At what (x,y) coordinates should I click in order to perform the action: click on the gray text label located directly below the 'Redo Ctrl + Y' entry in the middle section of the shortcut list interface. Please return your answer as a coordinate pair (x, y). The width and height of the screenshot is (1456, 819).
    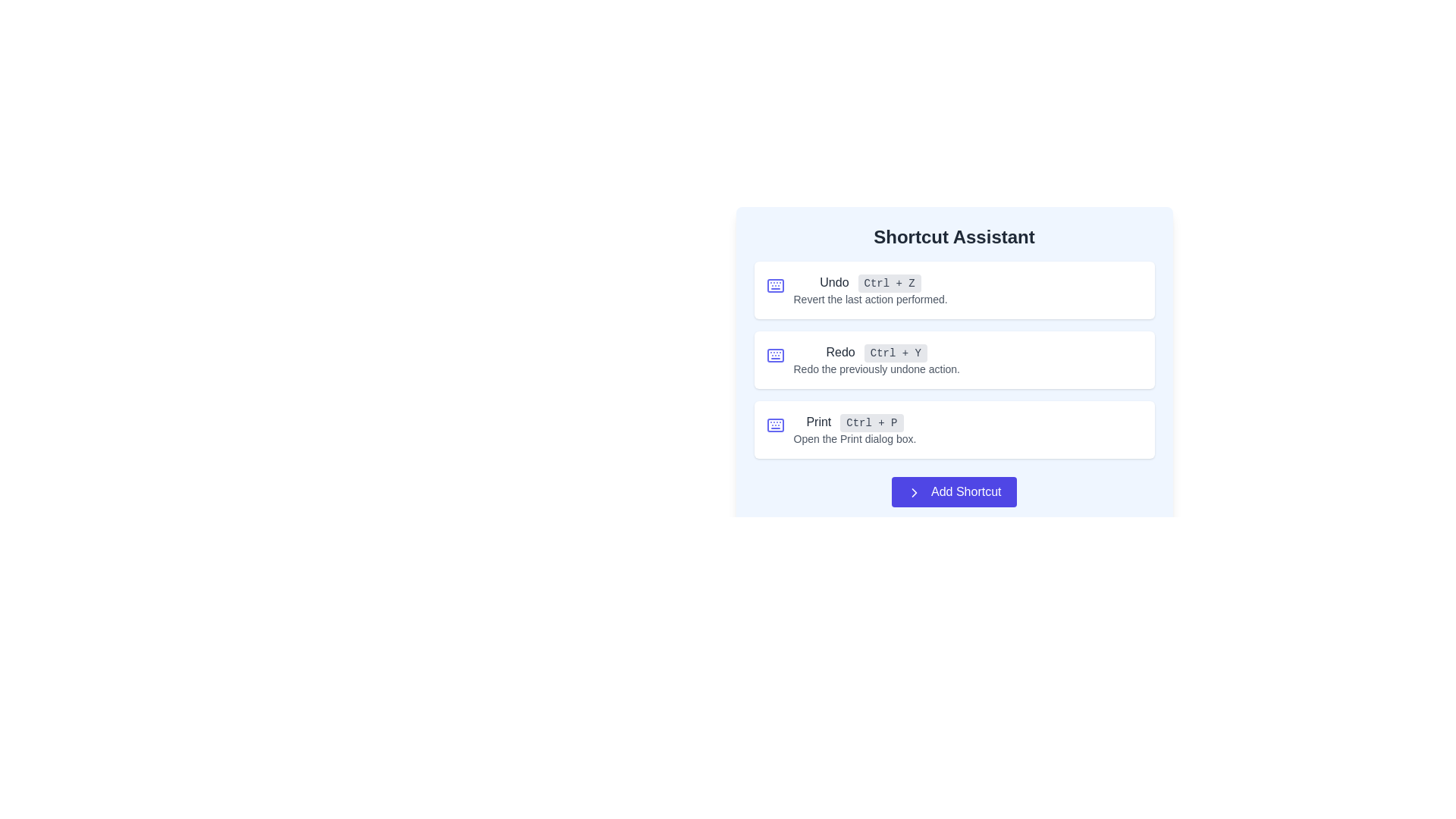
    Looking at the image, I should click on (877, 369).